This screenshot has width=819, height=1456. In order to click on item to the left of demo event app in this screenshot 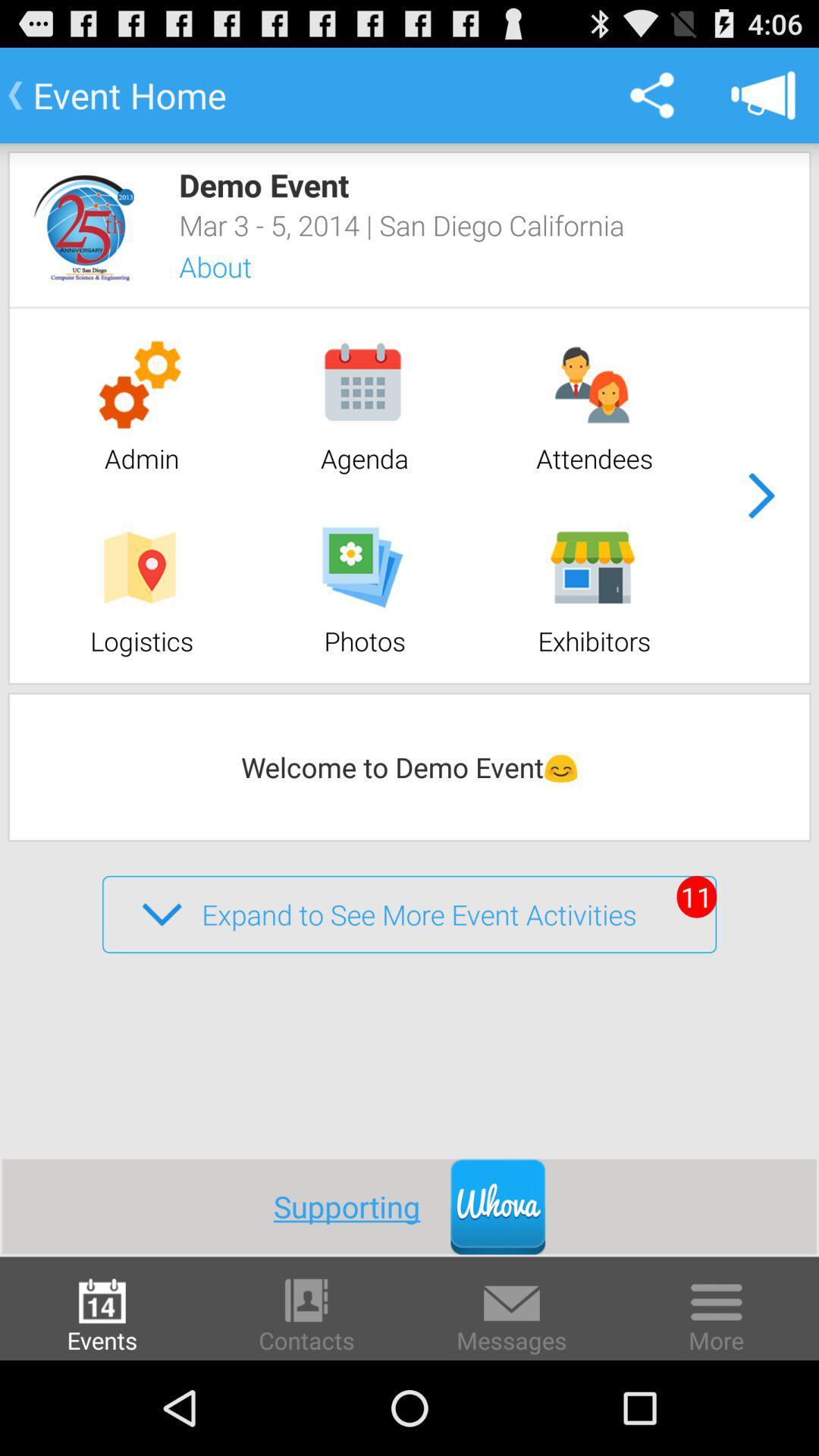, I will do `click(84, 227)`.